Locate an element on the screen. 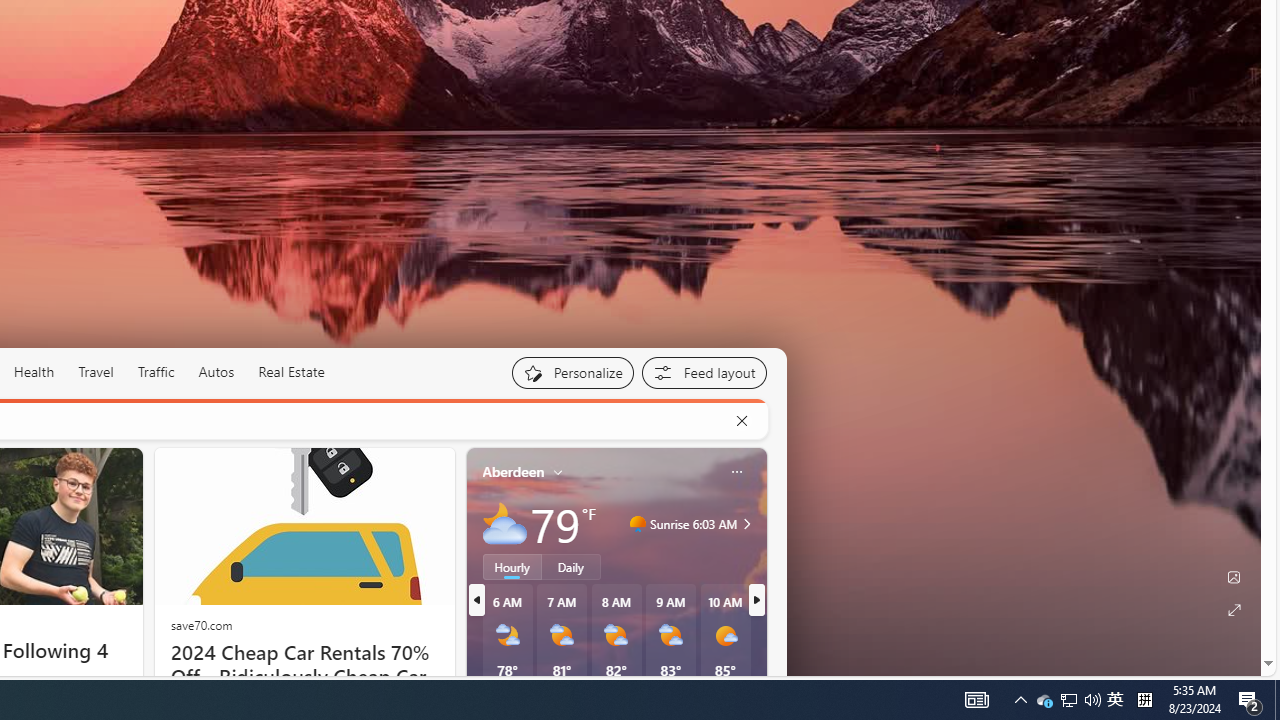  'Mostly cloudy' is located at coordinates (504, 522).